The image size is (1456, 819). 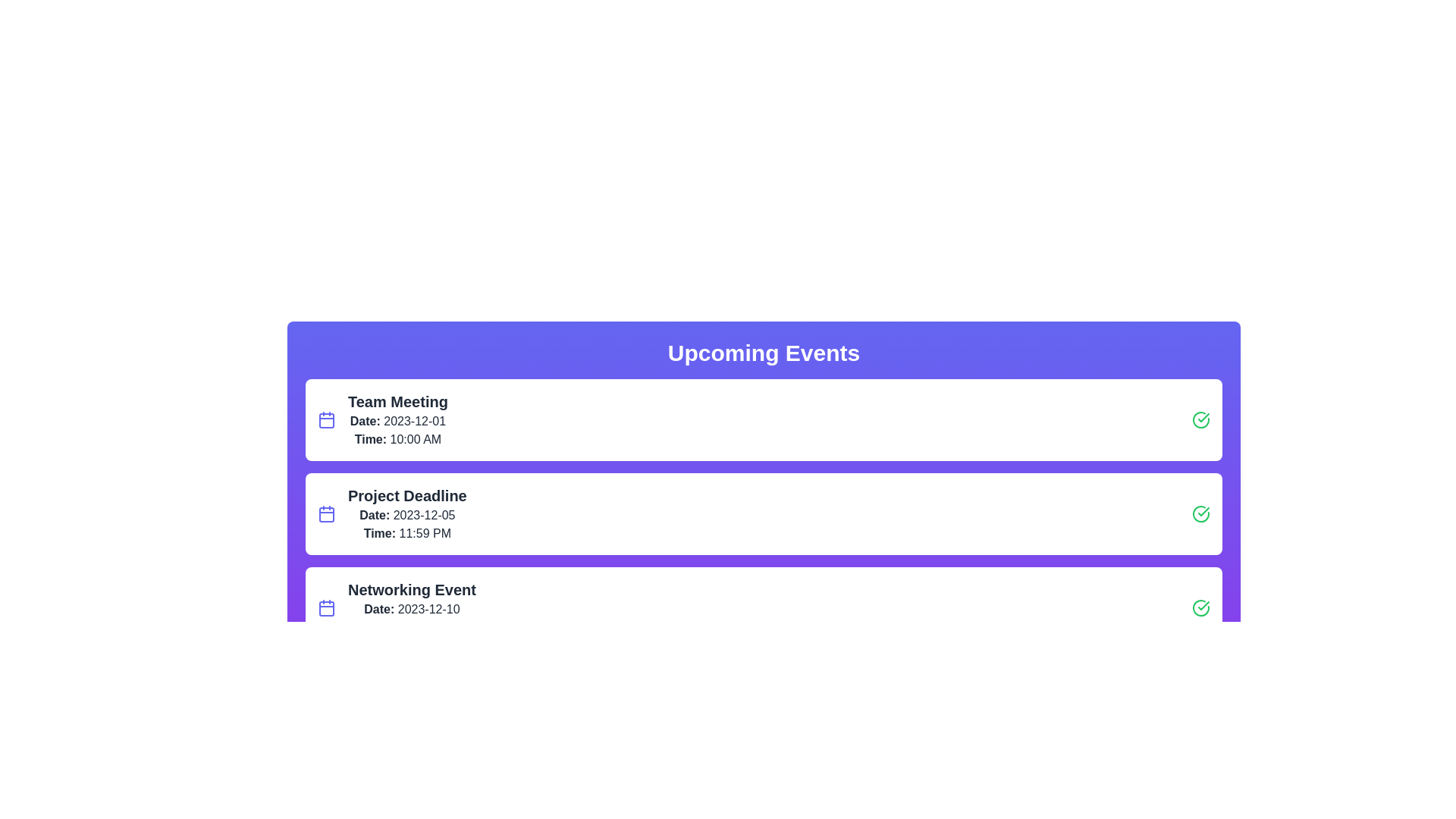 What do you see at coordinates (407, 533) in the screenshot?
I see `the Static Text Label displaying the project deadline time, positioned beneath 'Date: 2023-12-05' and aligned to the left within the 'Project Deadline' section` at bounding box center [407, 533].